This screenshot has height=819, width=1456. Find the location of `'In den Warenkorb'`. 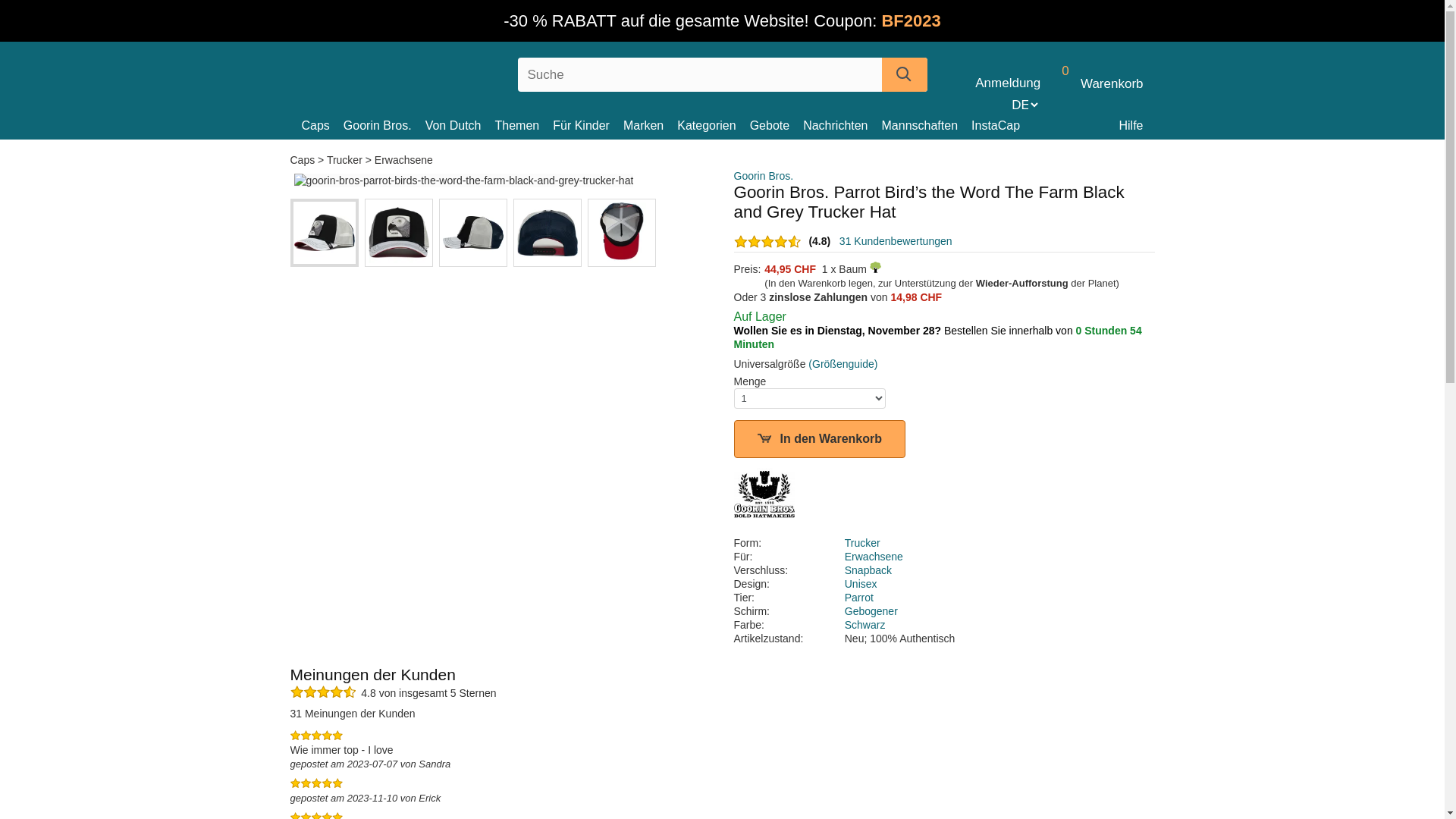

'In den Warenkorb' is located at coordinates (819, 438).